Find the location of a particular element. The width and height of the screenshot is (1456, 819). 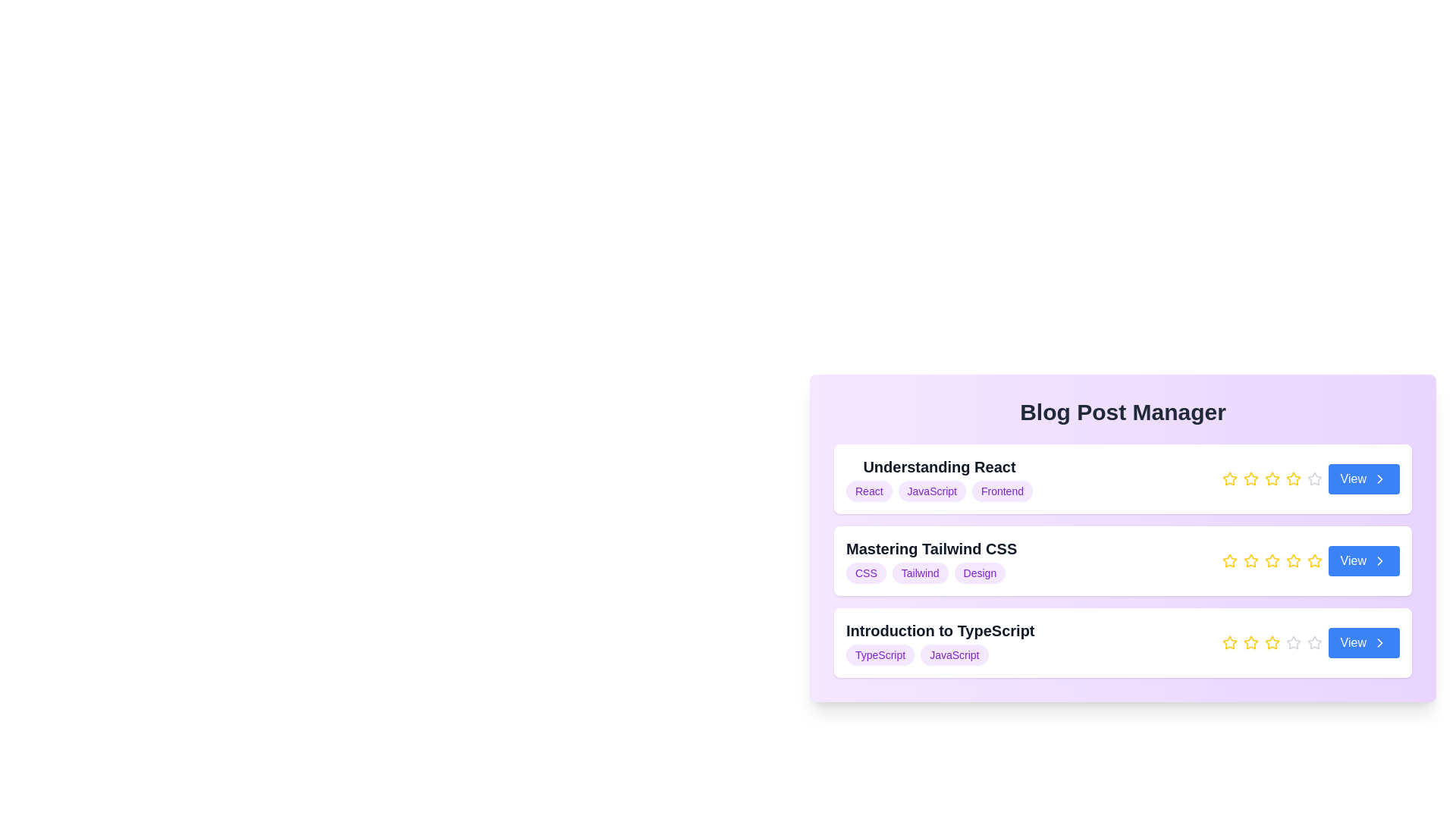

the second star is located at coordinates (1250, 560).